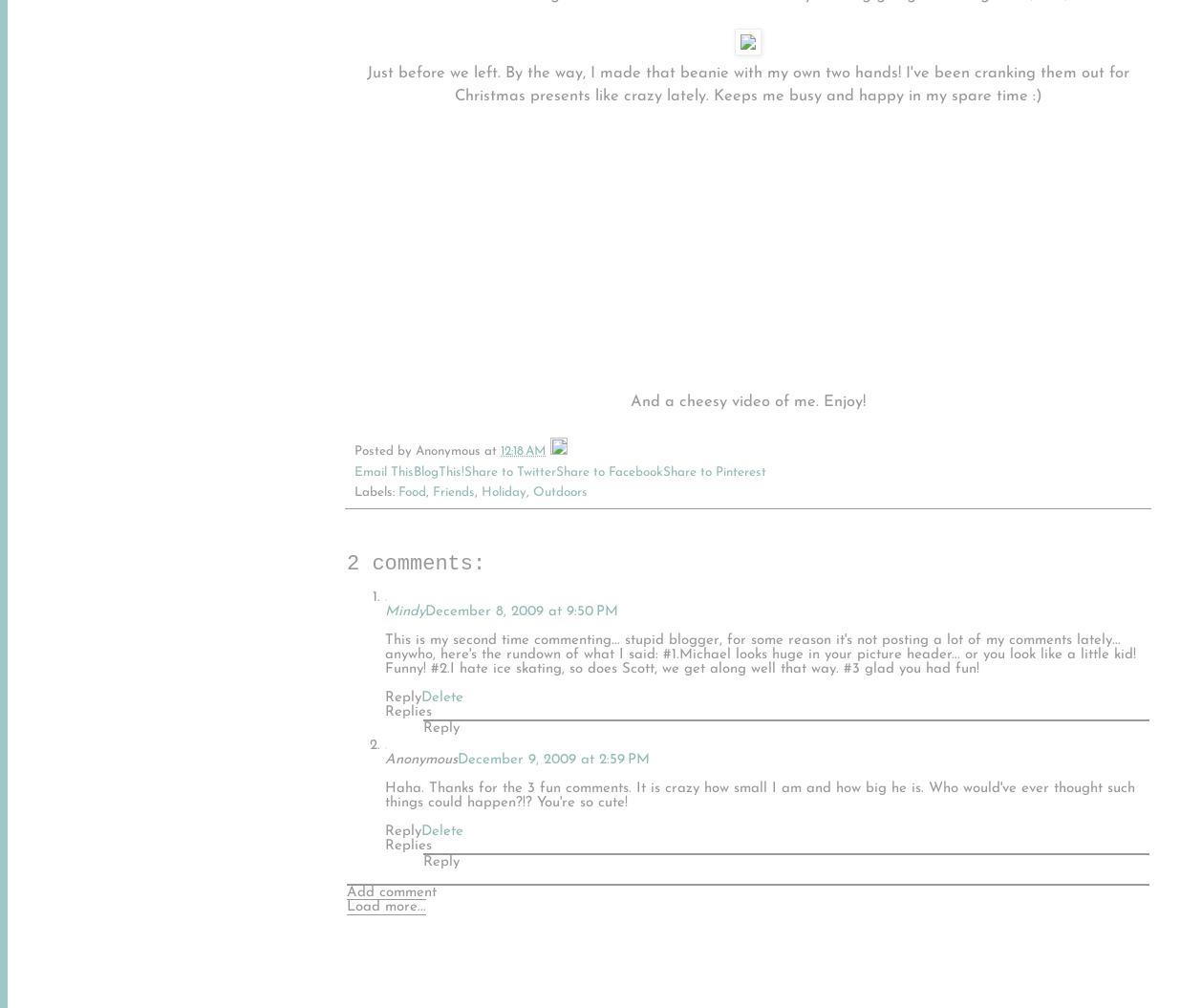 The width and height of the screenshot is (1202, 1008). What do you see at coordinates (503, 492) in the screenshot?
I see `'Holiday'` at bounding box center [503, 492].